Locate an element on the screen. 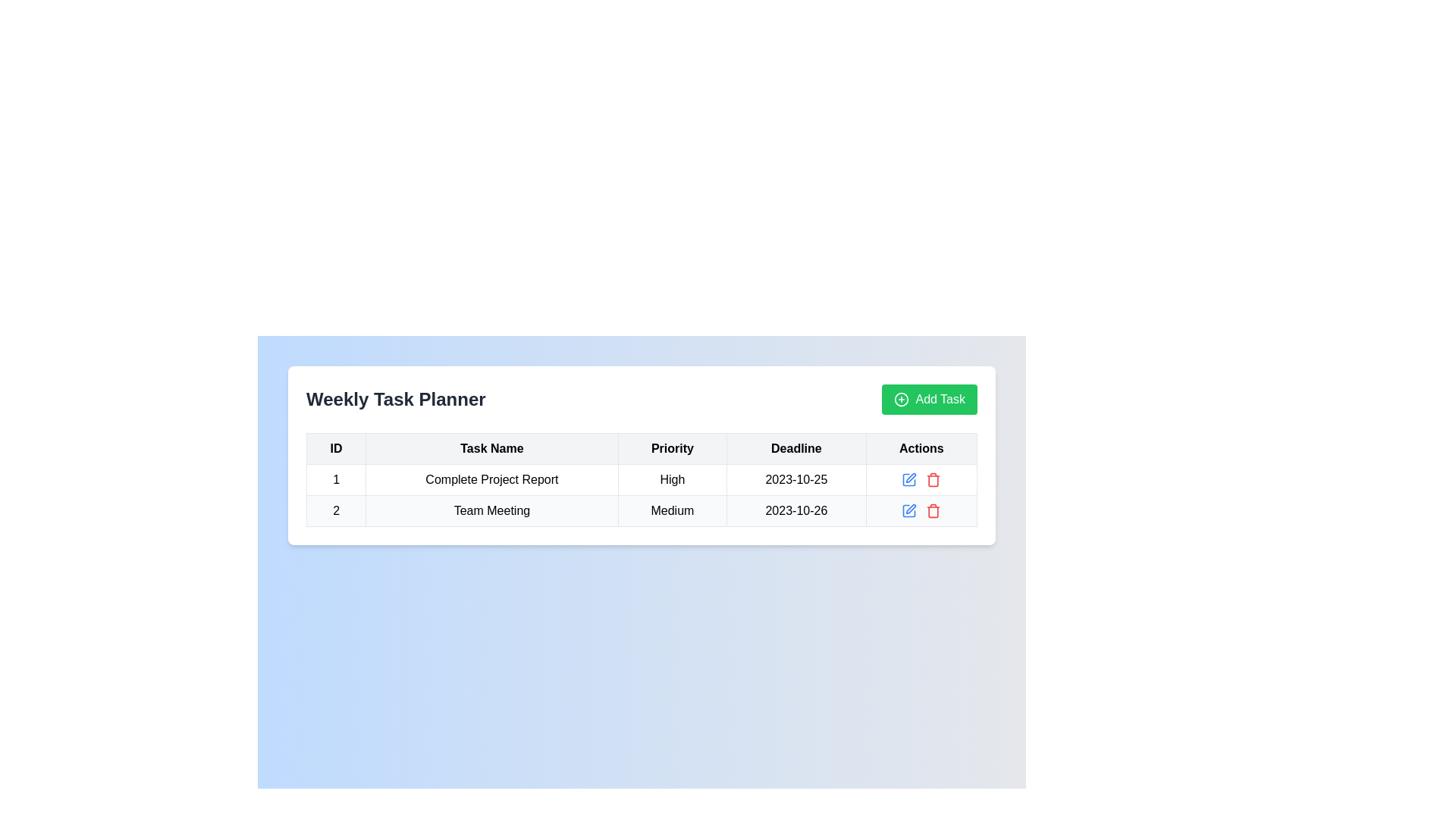  the trash bin icon in the second row of the Actions column, which serves as the delete button for the associated task is located at coordinates (933, 481).